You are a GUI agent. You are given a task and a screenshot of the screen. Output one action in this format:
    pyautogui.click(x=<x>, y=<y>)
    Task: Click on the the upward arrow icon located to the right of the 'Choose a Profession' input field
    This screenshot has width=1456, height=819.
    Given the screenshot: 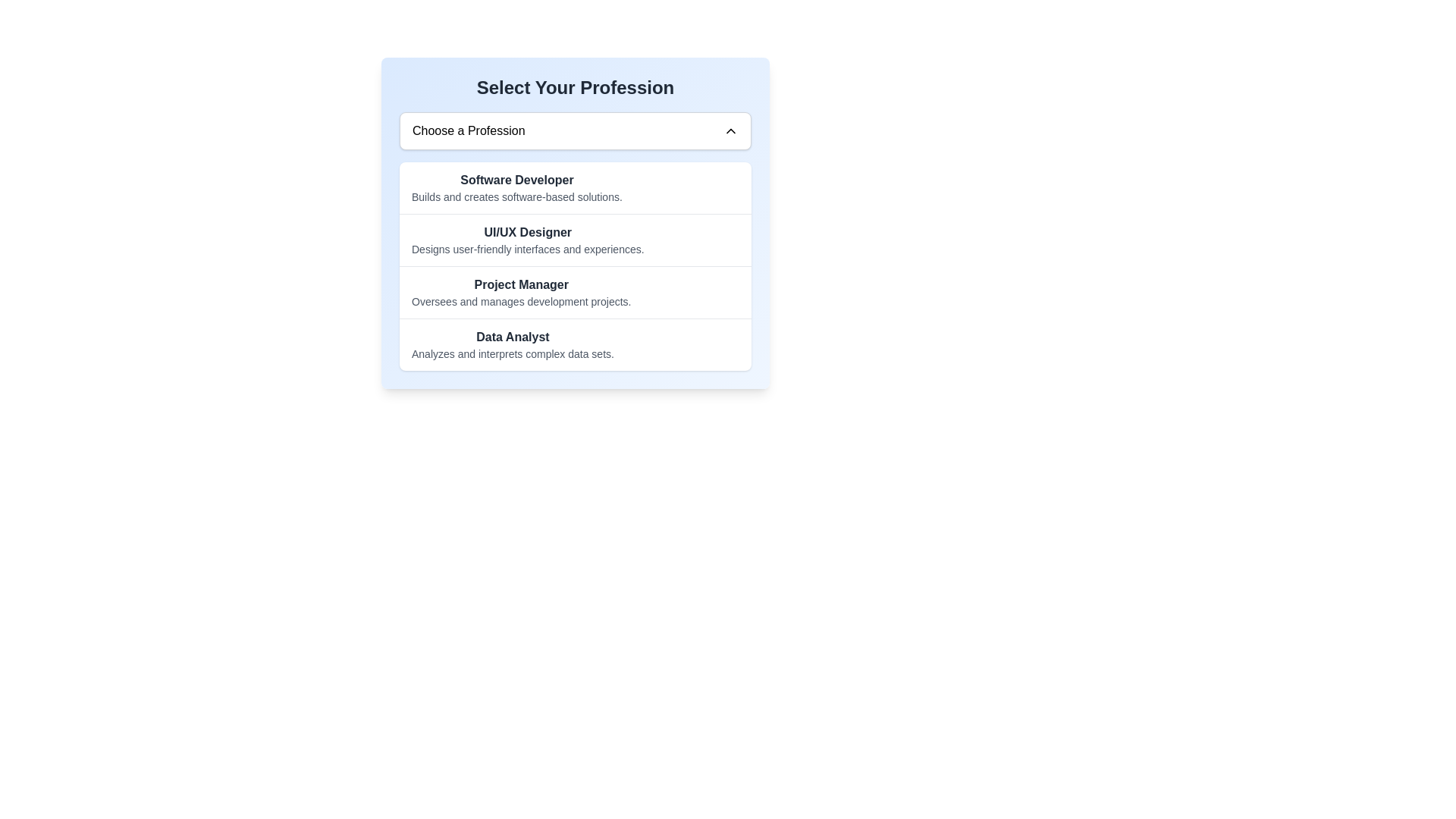 What is the action you would take?
    pyautogui.click(x=731, y=130)
    